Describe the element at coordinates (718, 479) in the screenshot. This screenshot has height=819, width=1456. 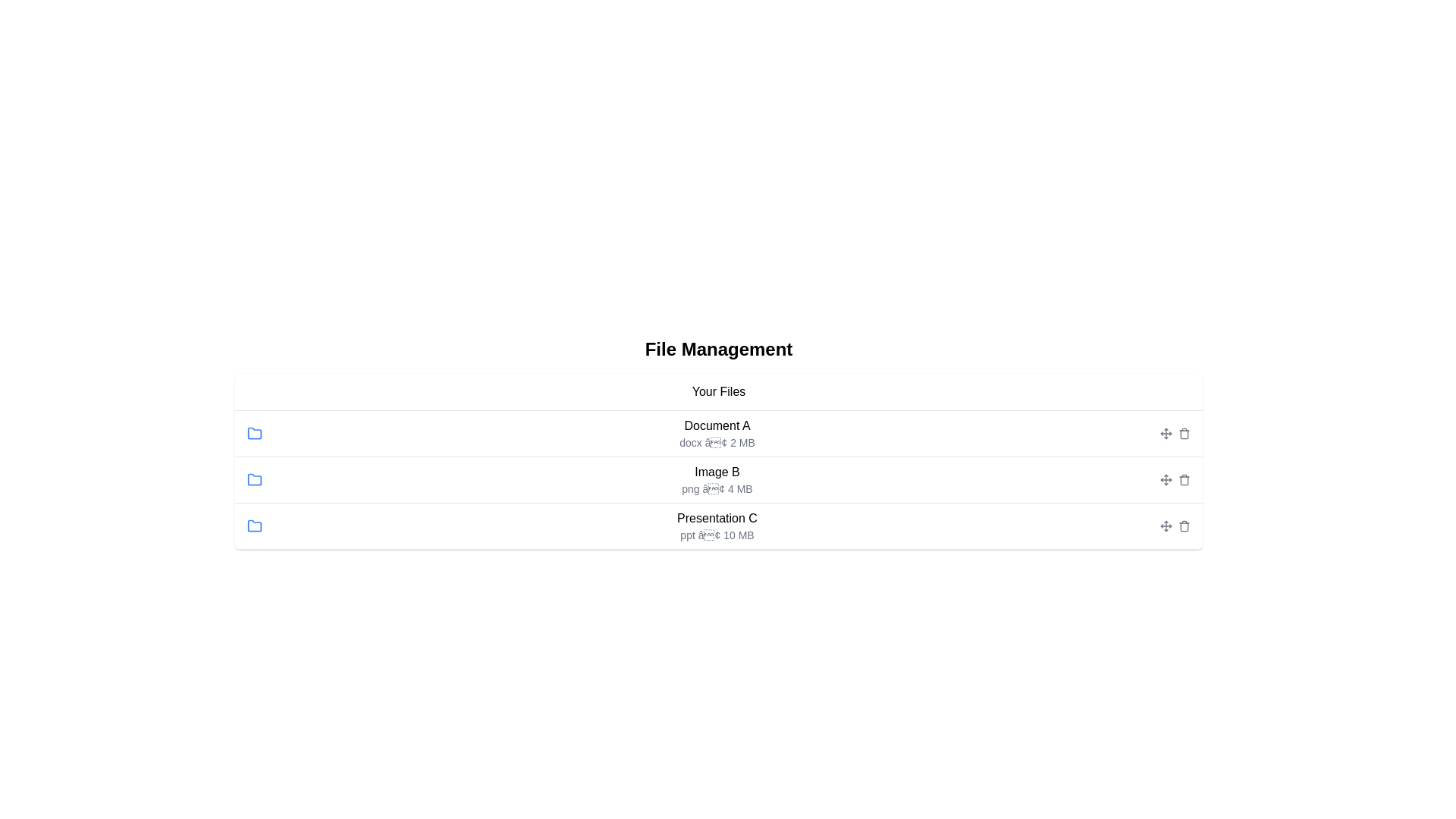
I see `the second file entry in the 'Your Files' section, which is located between 'Document A' and 'Presentation C'` at that location.